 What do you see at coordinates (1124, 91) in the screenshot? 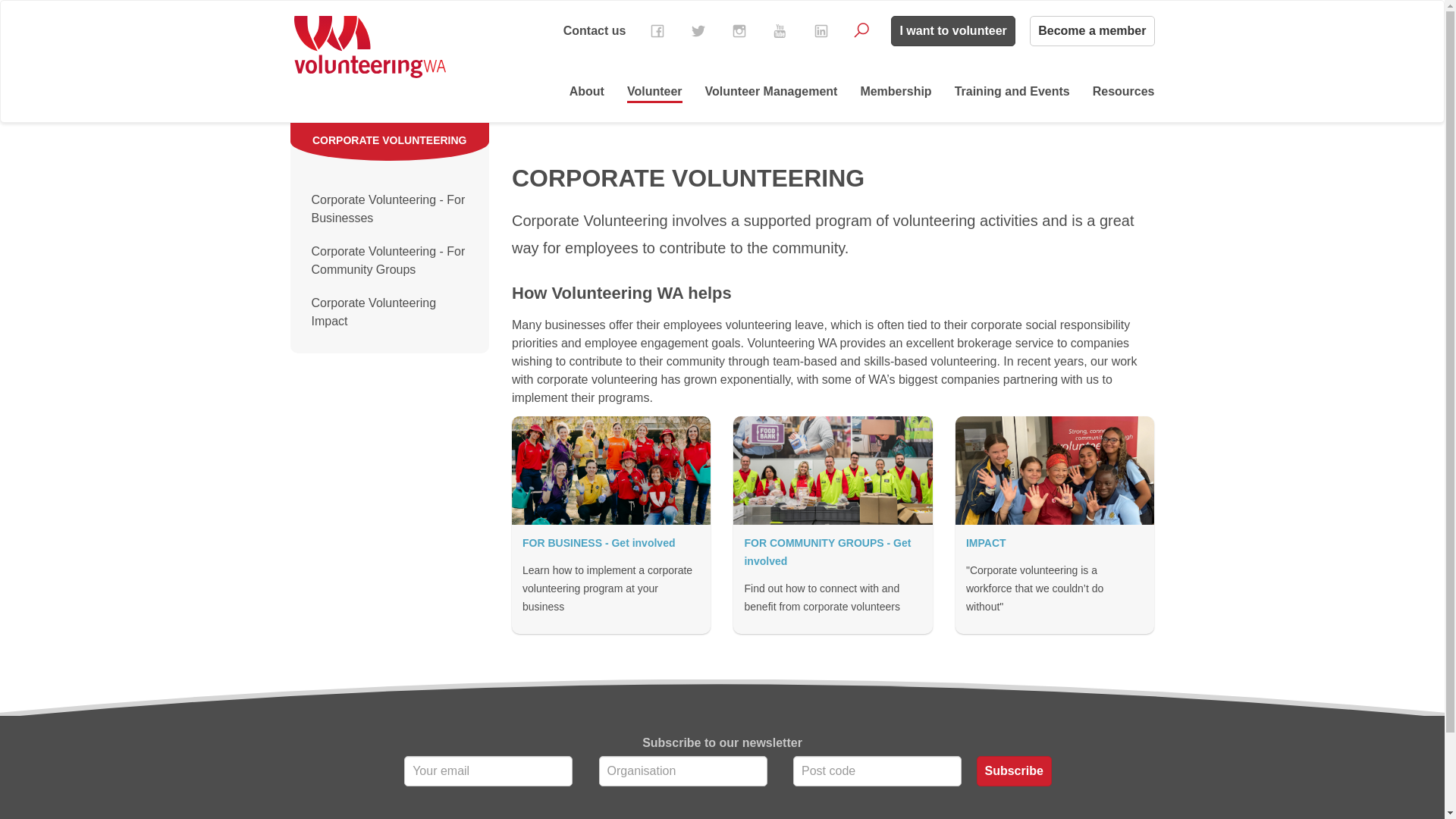
I see `'Resources'` at bounding box center [1124, 91].